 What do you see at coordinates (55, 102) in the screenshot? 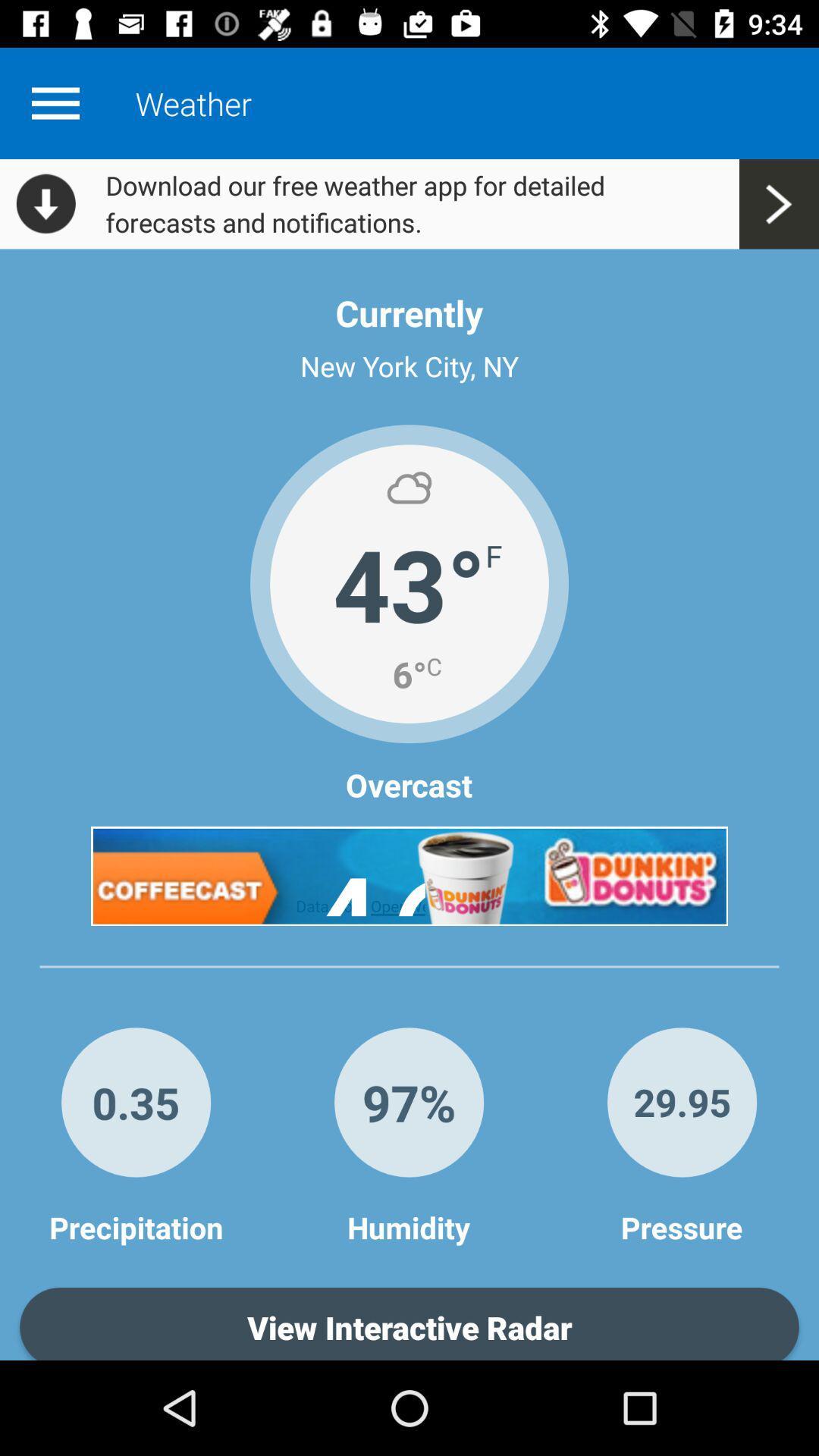
I see `menu options` at bounding box center [55, 102].